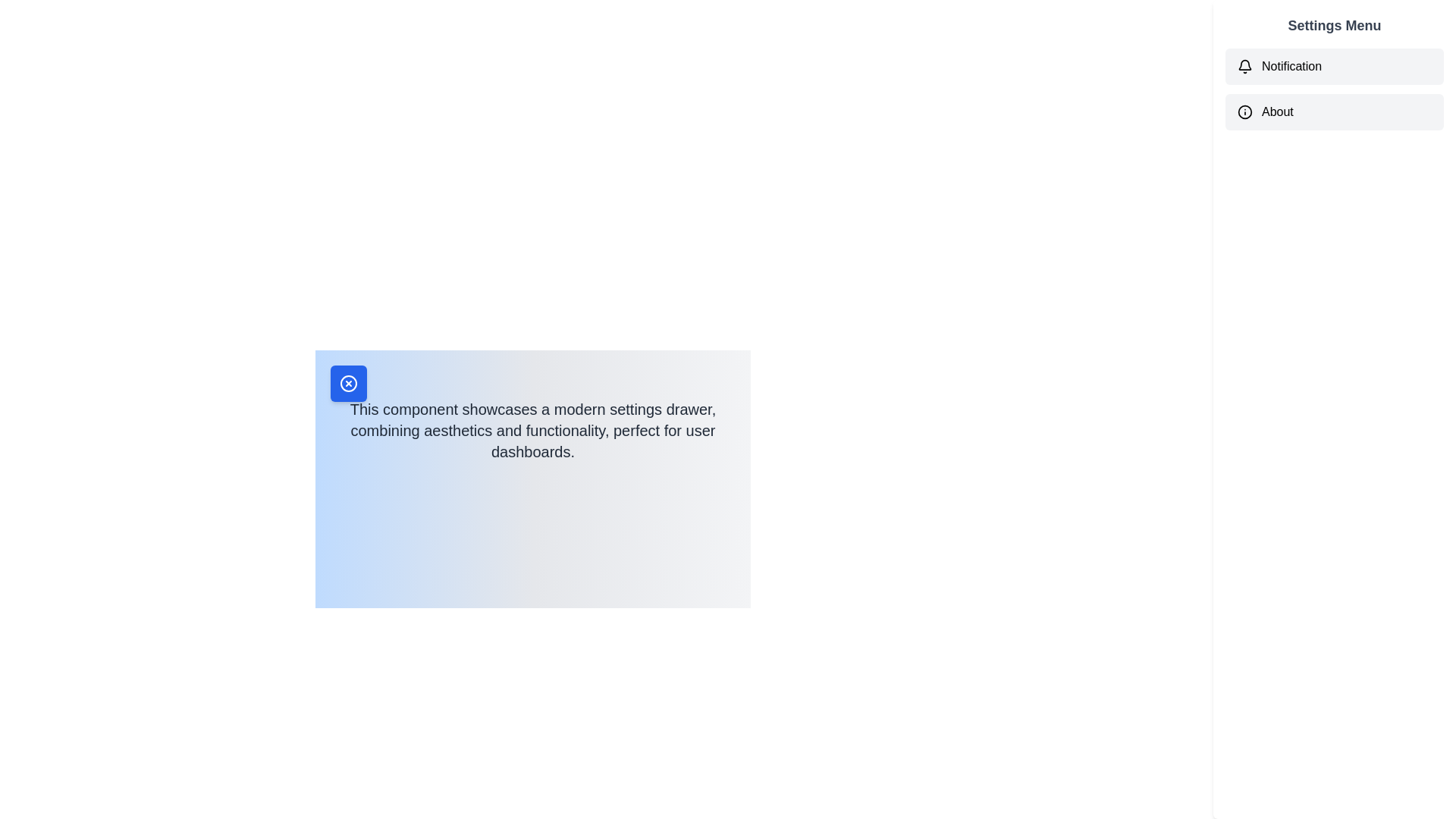  What do you see at coordinates (532, 418) in the screenshot?
I see `the text block containing the description 'This component showcases a modern settings drawer, combining aesthetics and functionality, perfect for user dashboards.'` at bounding box center [532, 418].